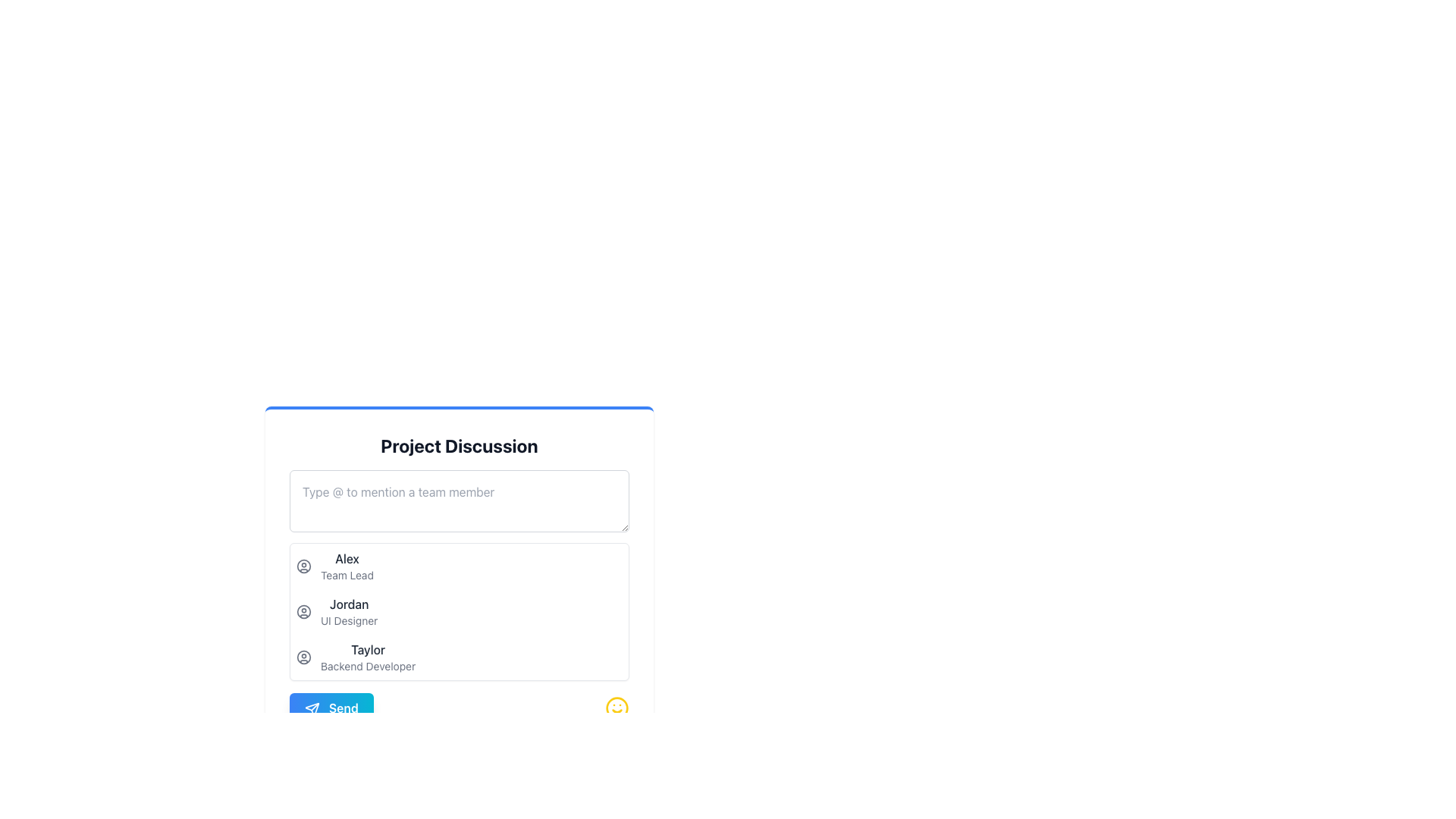 This screenshot has height=819, width=1456. What do you see at coordinates (458, 566) in the screenshot?
I see `the first team member entry in the discussion participant list` at bounding box center [458, 566].